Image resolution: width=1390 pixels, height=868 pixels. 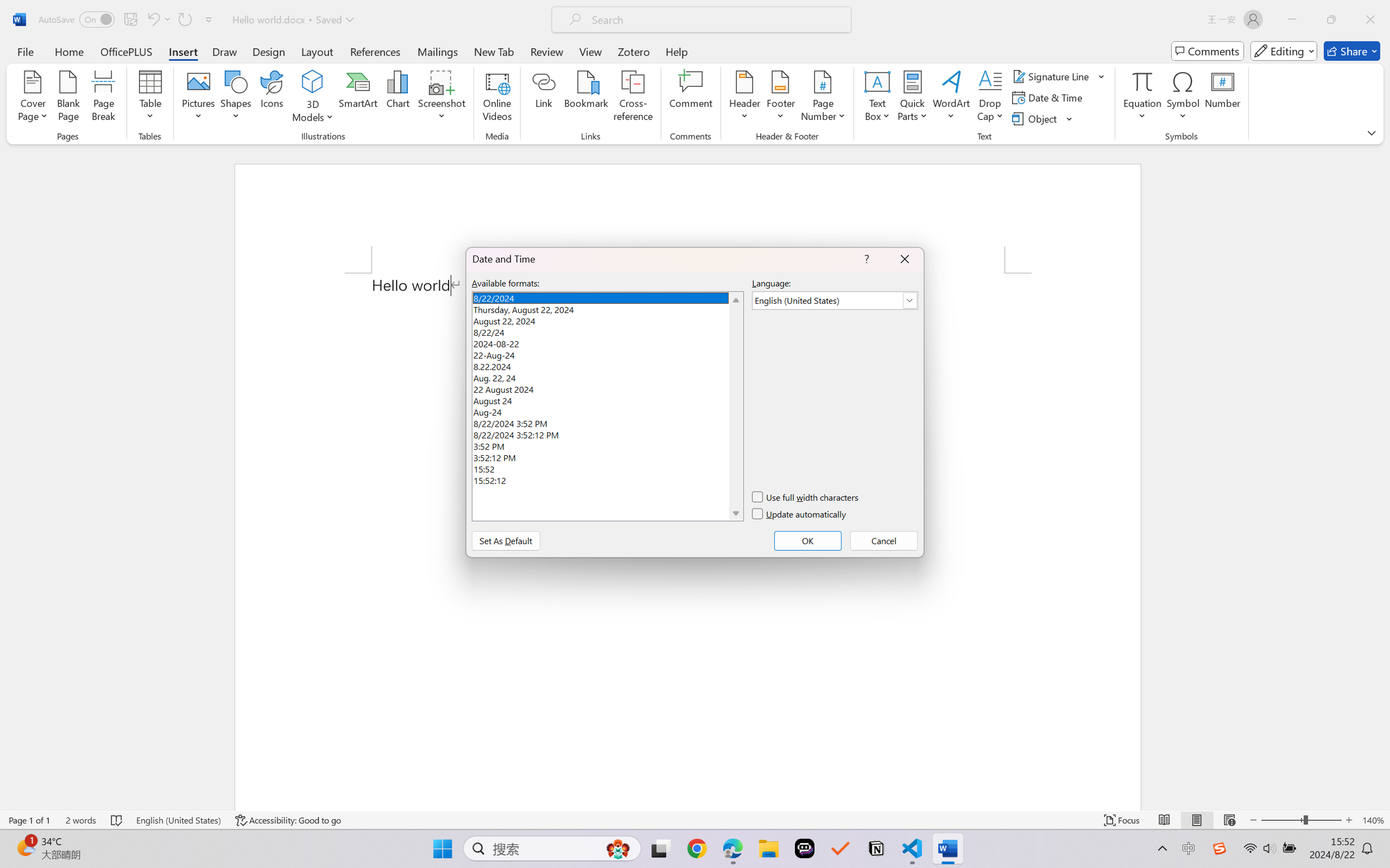 I want to click on 'Language:', so click(x=835, y=300).